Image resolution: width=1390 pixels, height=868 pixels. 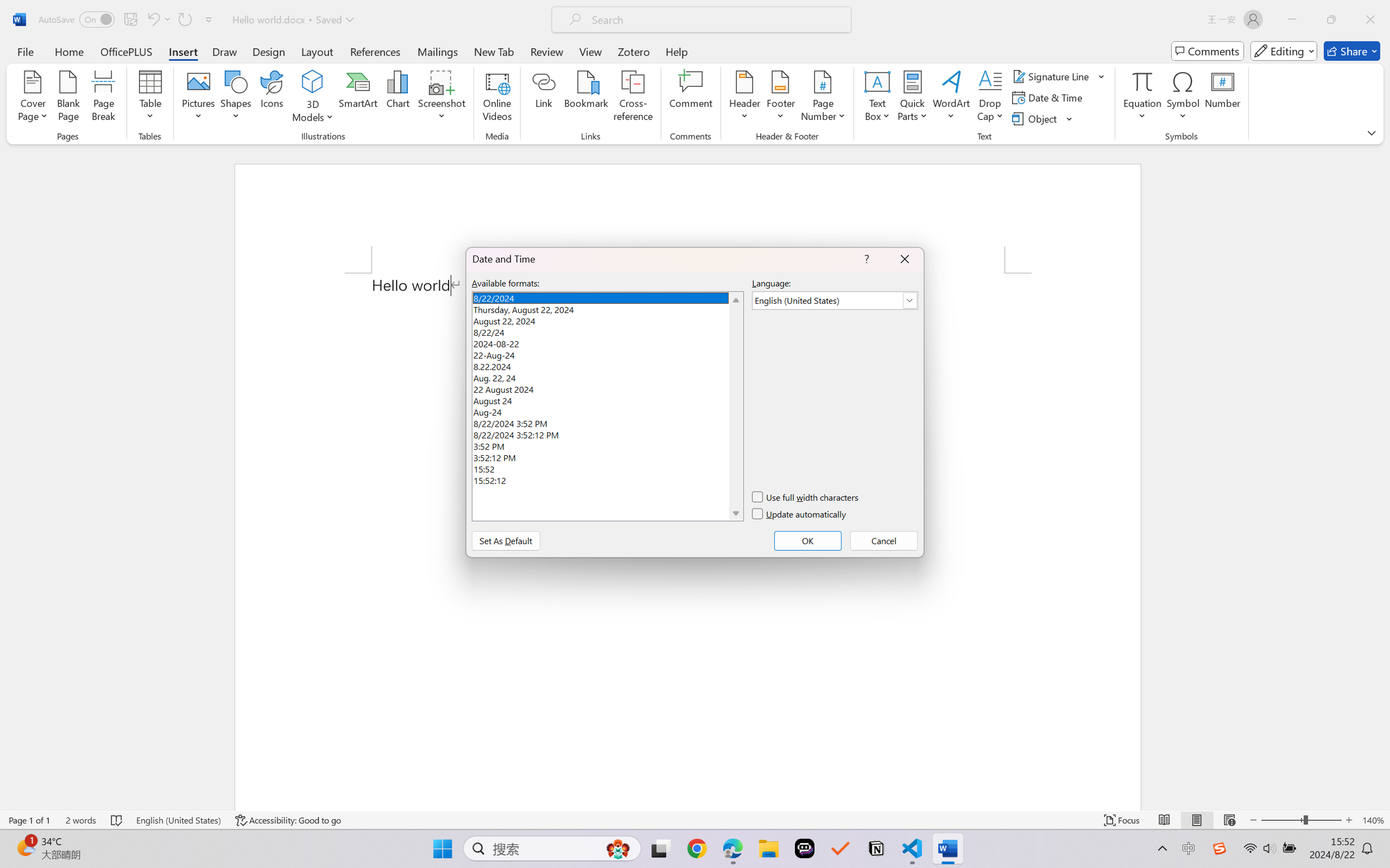 I want to click on 'Language:', so click(x=835, y=300).